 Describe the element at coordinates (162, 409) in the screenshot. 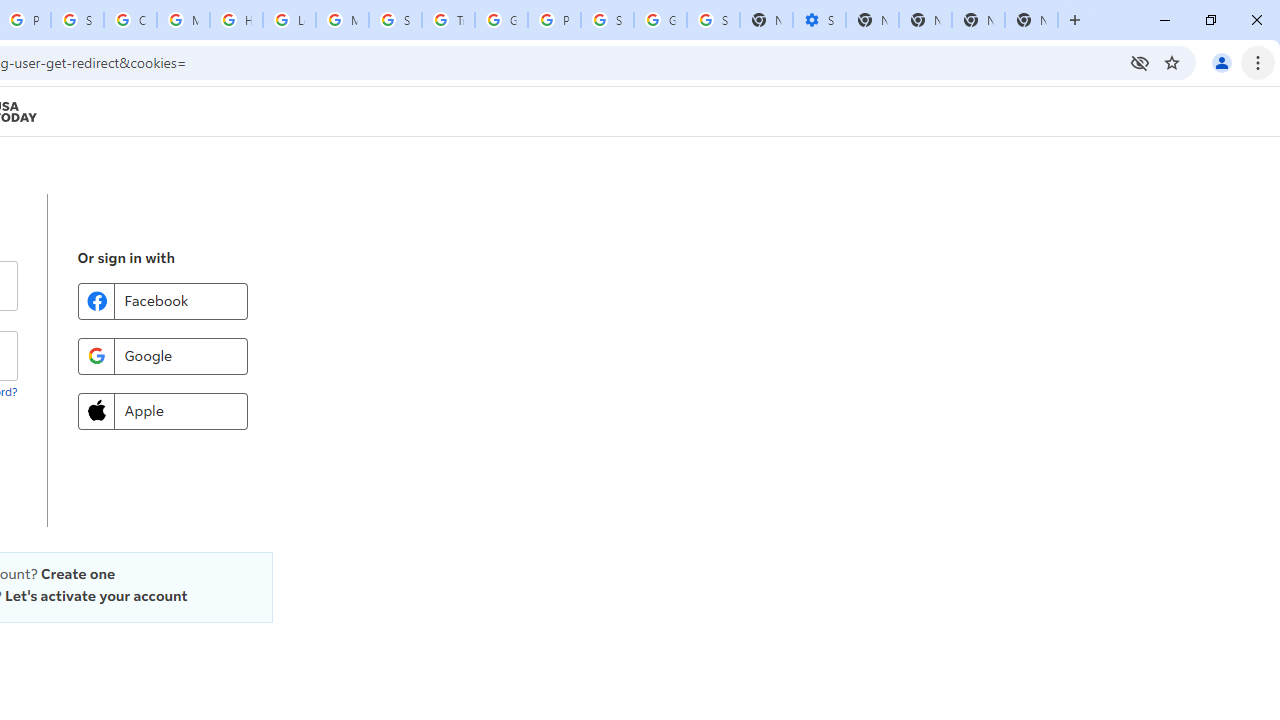

I see `'Apple'` at that location.